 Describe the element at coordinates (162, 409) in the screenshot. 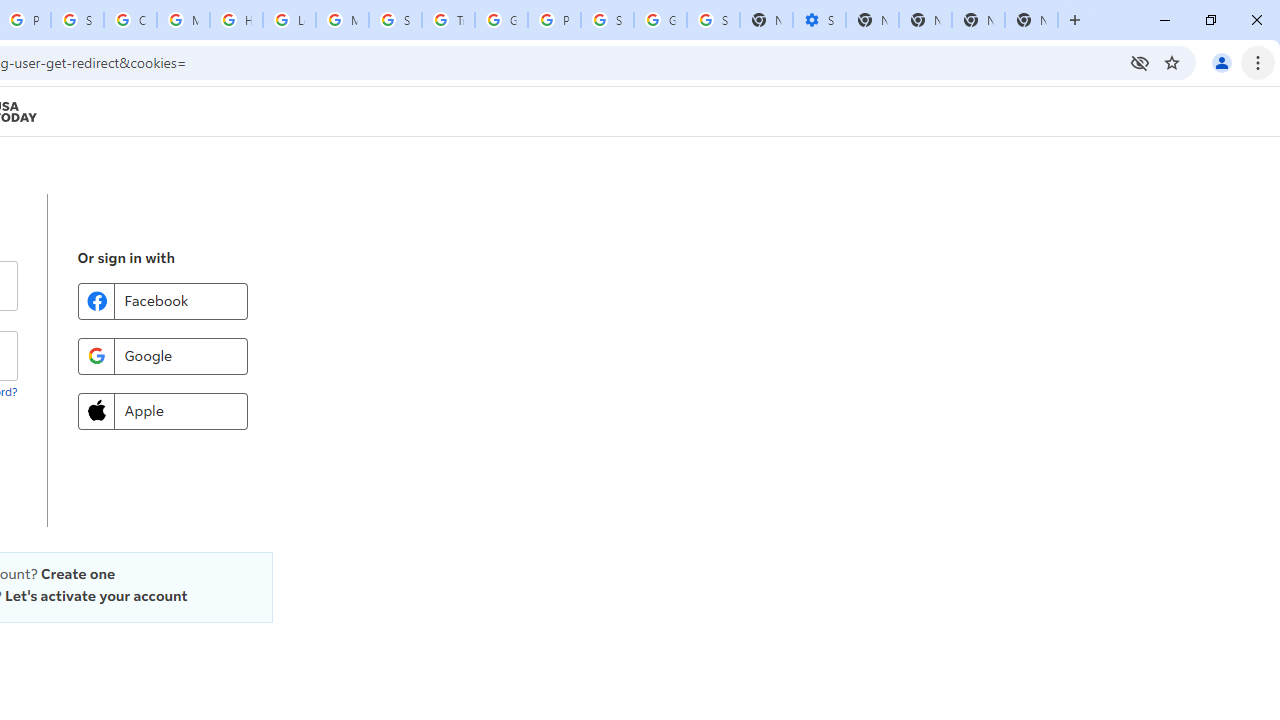

I see `'Apple'` at that location.